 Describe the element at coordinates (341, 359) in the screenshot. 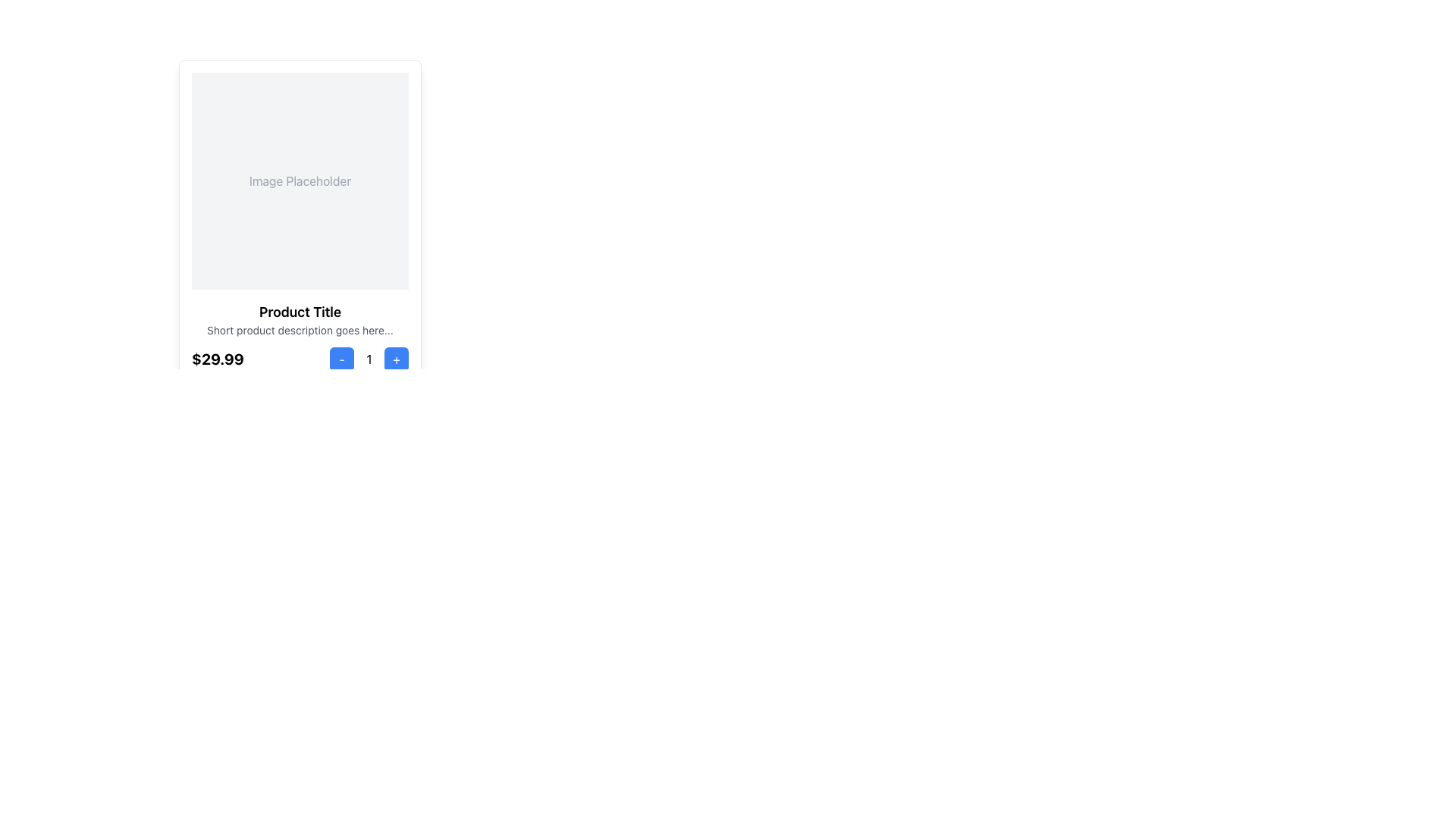

I see `the first button in the horizontal layout that decreases the quantity, located to the left of the numeral '1' and the blue '+' button, near the bottom center of the product card` at that location.